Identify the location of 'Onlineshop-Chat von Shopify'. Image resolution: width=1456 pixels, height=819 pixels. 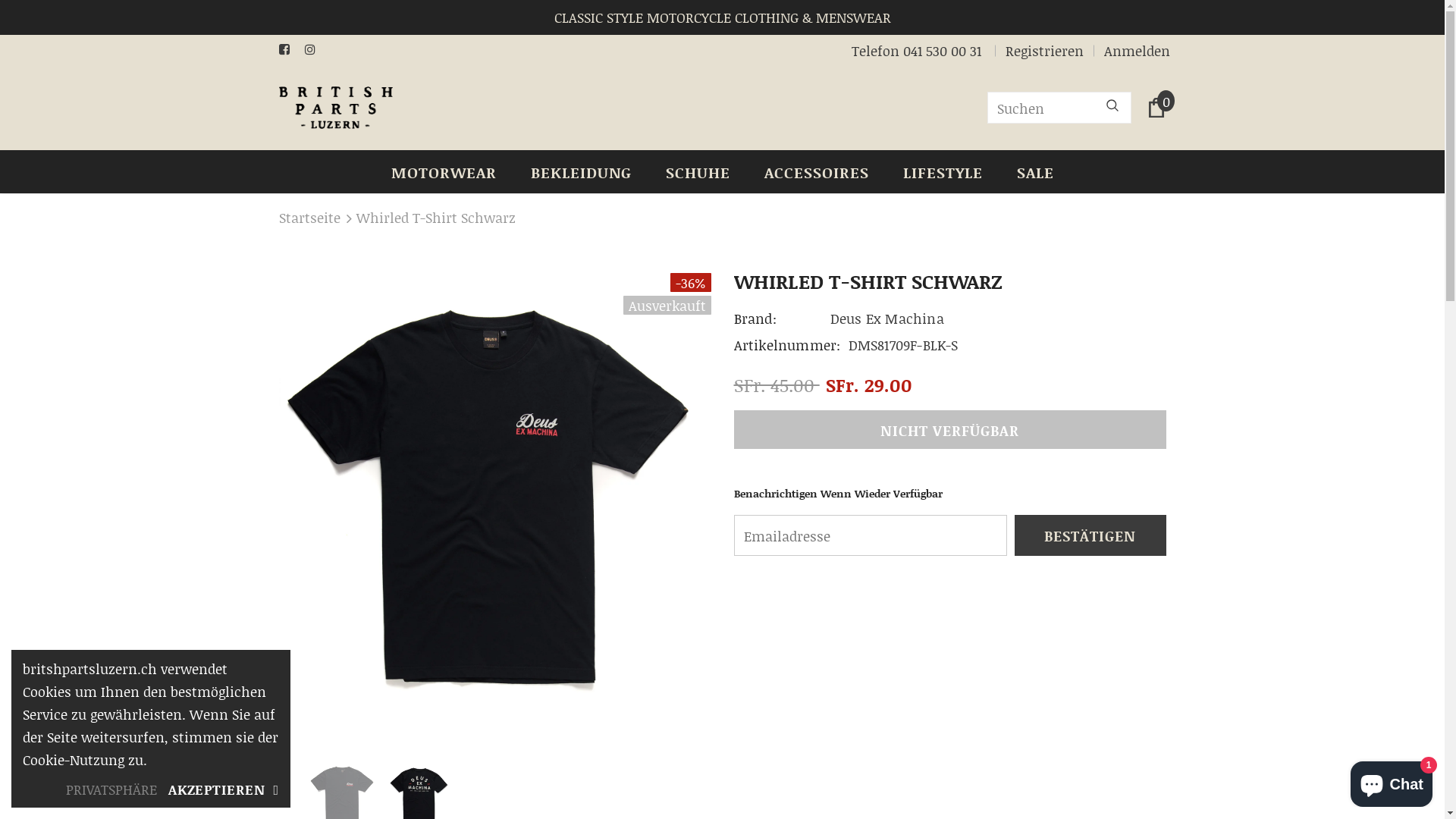
(1391, 780).